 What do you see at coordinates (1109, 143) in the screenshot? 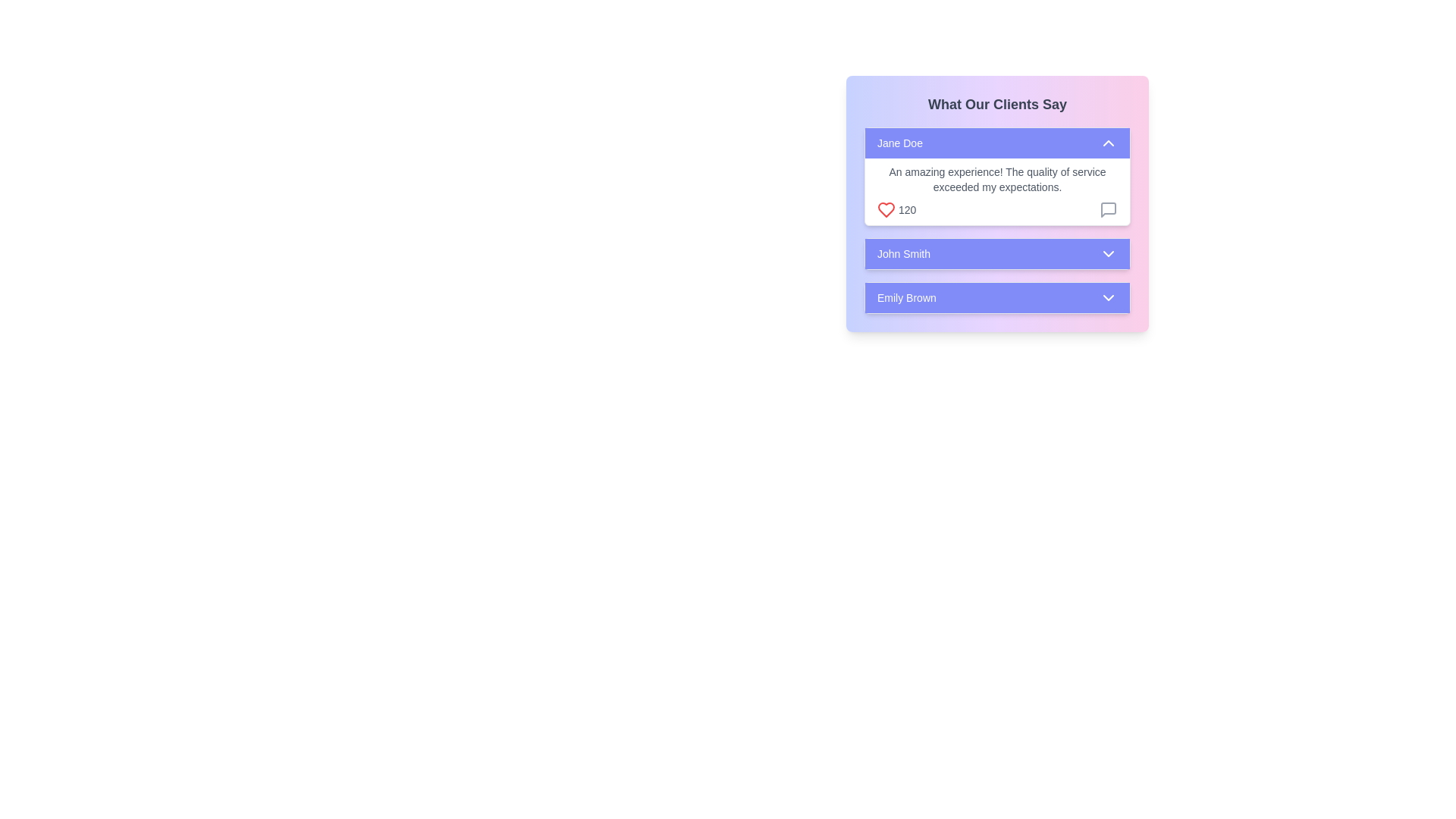
I see `the Icon button located in the top panel of the 'What Our Clients Say' section, next to 'Jane Doe', to interact via keyboard` at bounding box center [1109, 143].